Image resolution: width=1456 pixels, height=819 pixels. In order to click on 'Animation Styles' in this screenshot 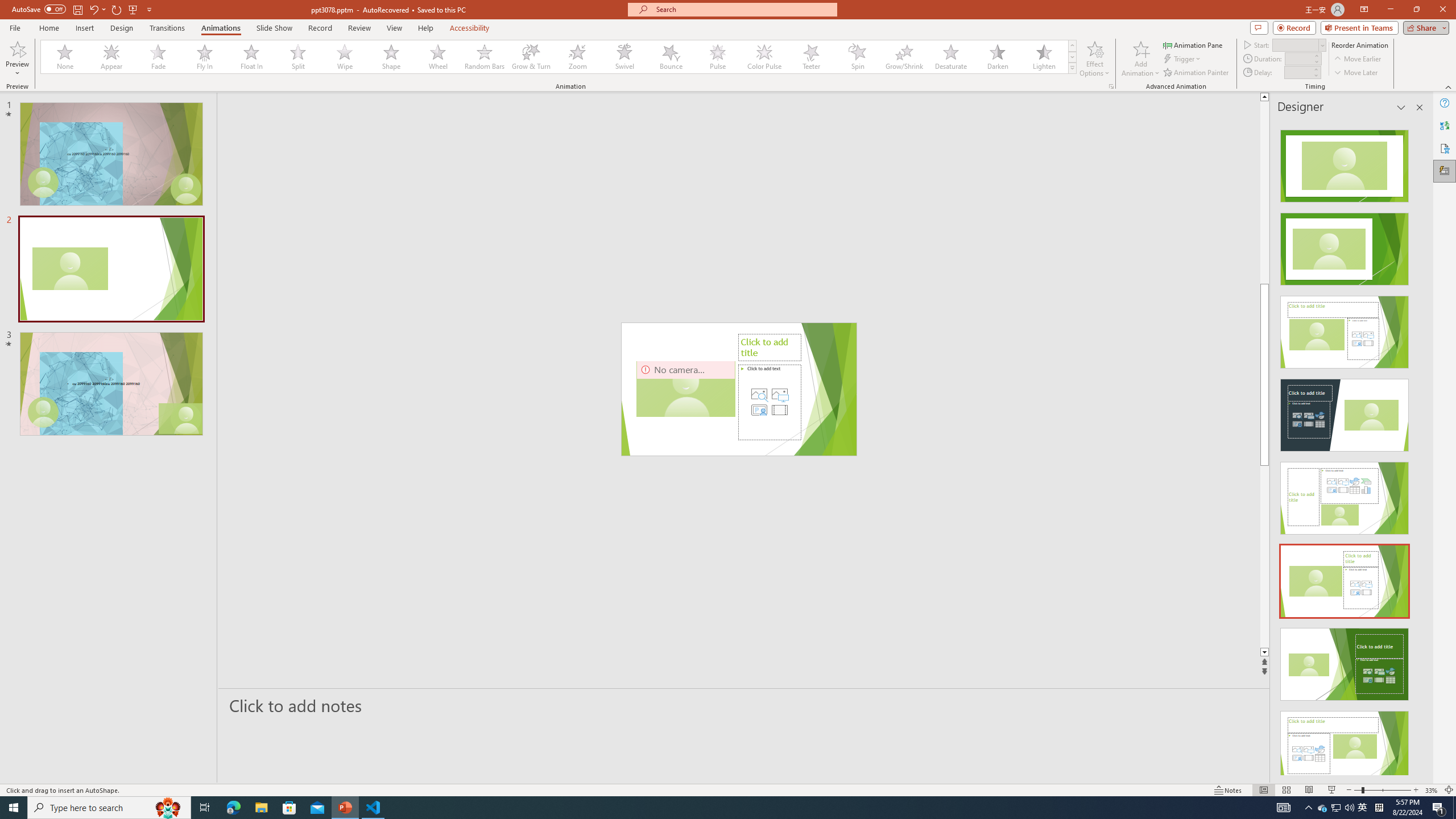, I will do `click(1072, 67)`.